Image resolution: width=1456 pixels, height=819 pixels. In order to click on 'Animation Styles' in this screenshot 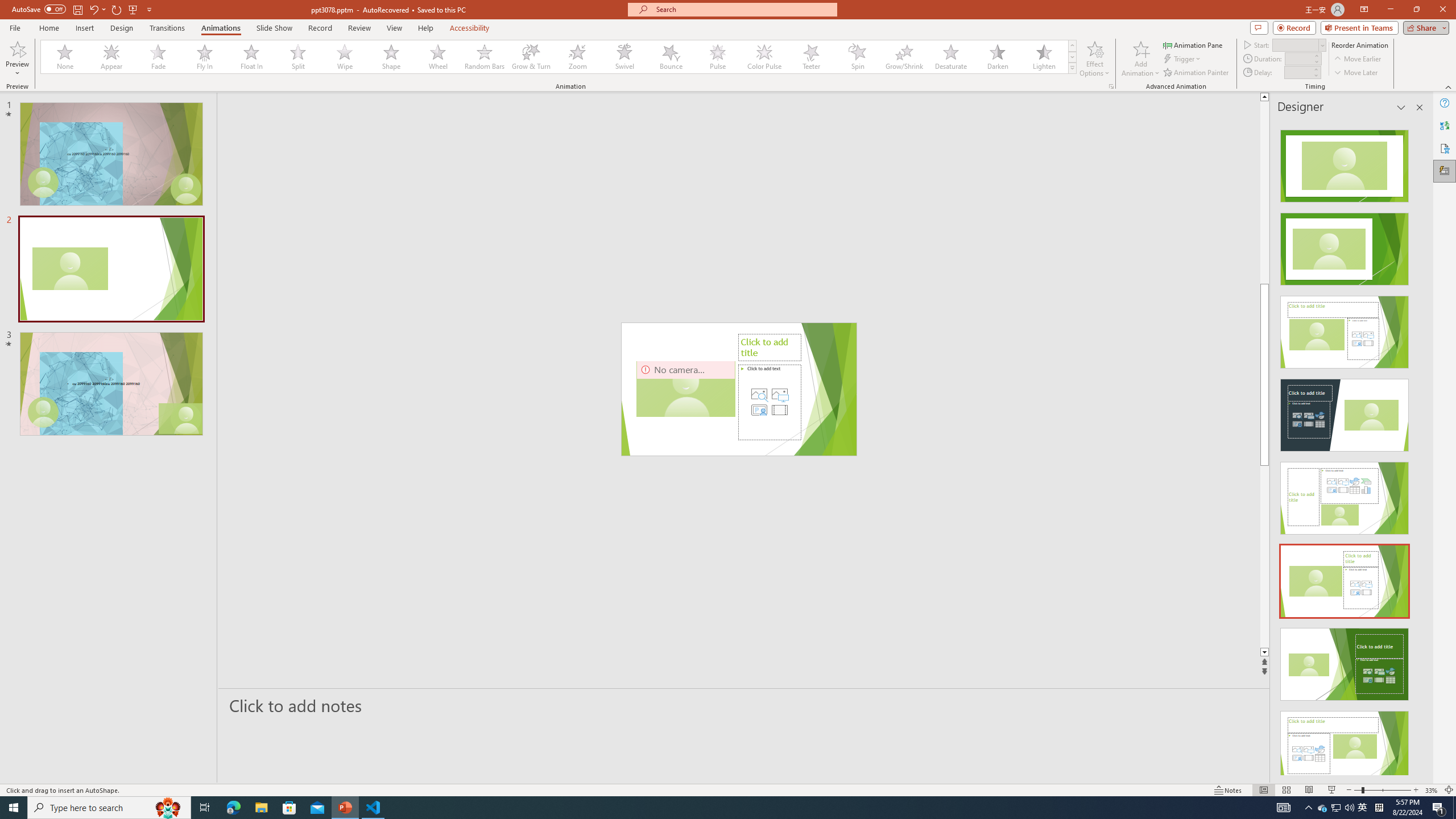, I will do `click(1072, 67)`.